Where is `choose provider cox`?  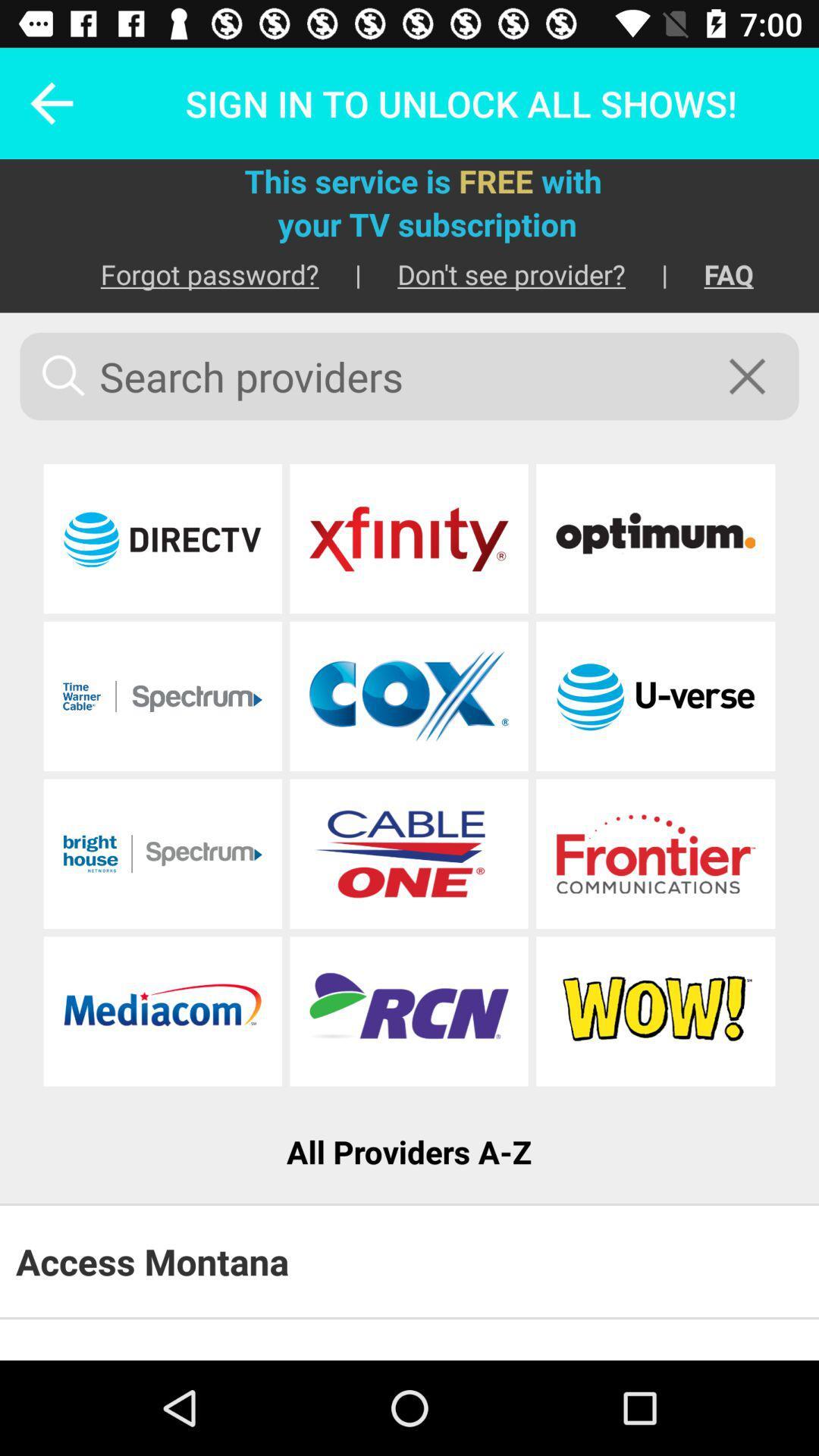
choose provider cox is located at coordinates (408, 695).